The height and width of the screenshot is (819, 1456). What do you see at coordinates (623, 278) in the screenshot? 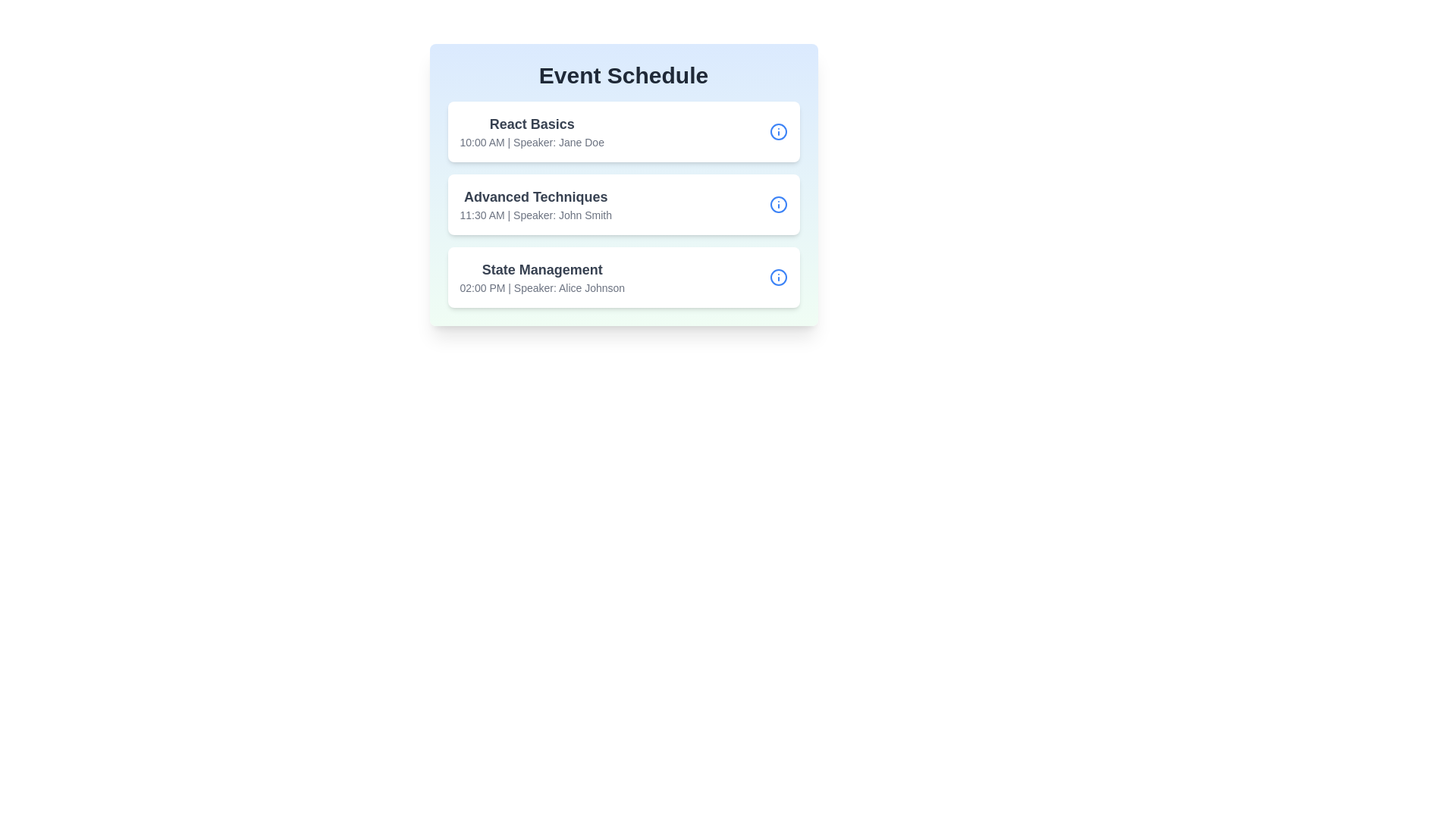
I see `the session item corresponding to State Management` at bounding box center [623, 278].